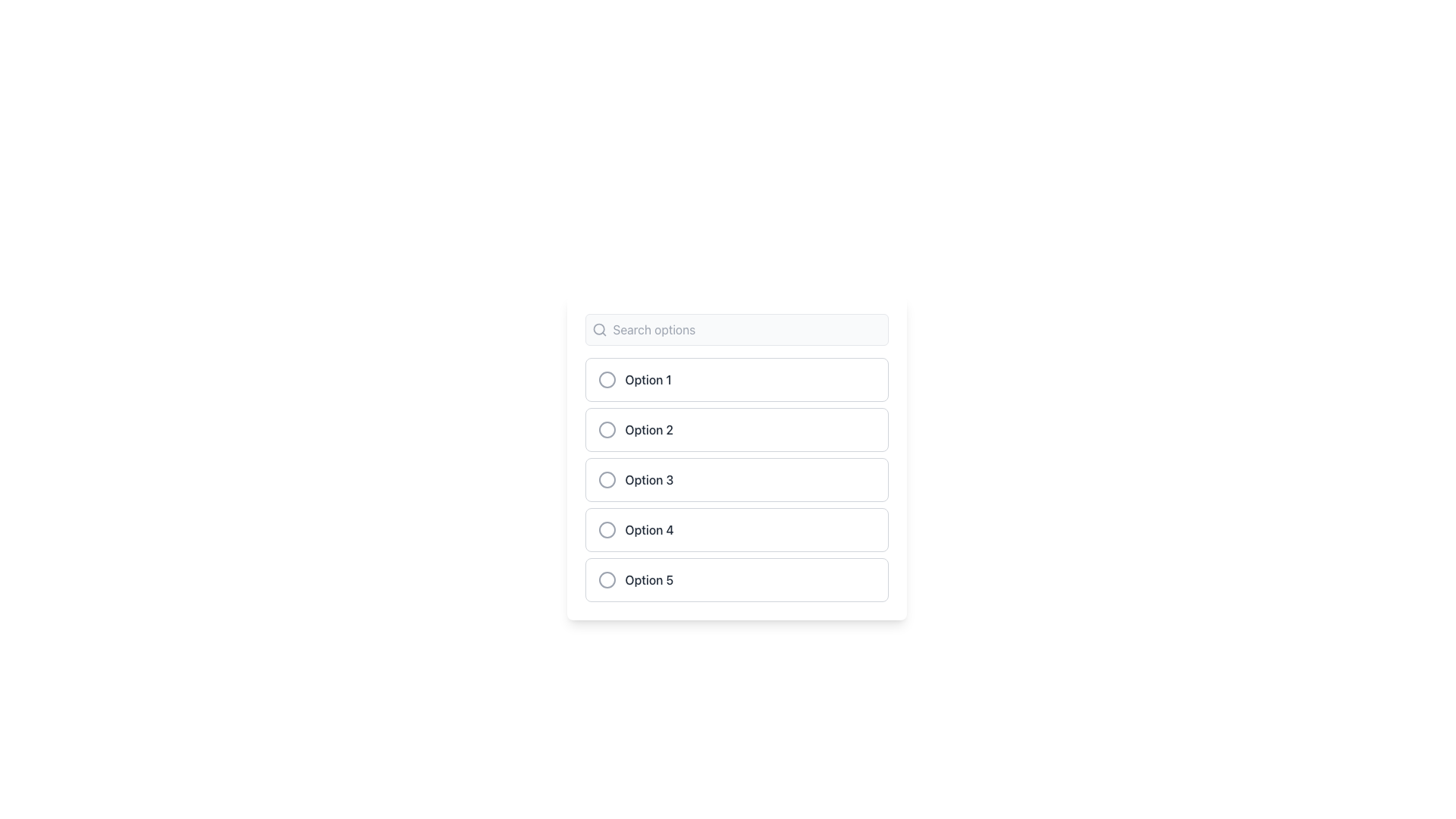 This screenshot has width=1456, height=819. I want to click on the search icon located at the leftmost part of the search bar to initiate a search action, so click(598, 329).